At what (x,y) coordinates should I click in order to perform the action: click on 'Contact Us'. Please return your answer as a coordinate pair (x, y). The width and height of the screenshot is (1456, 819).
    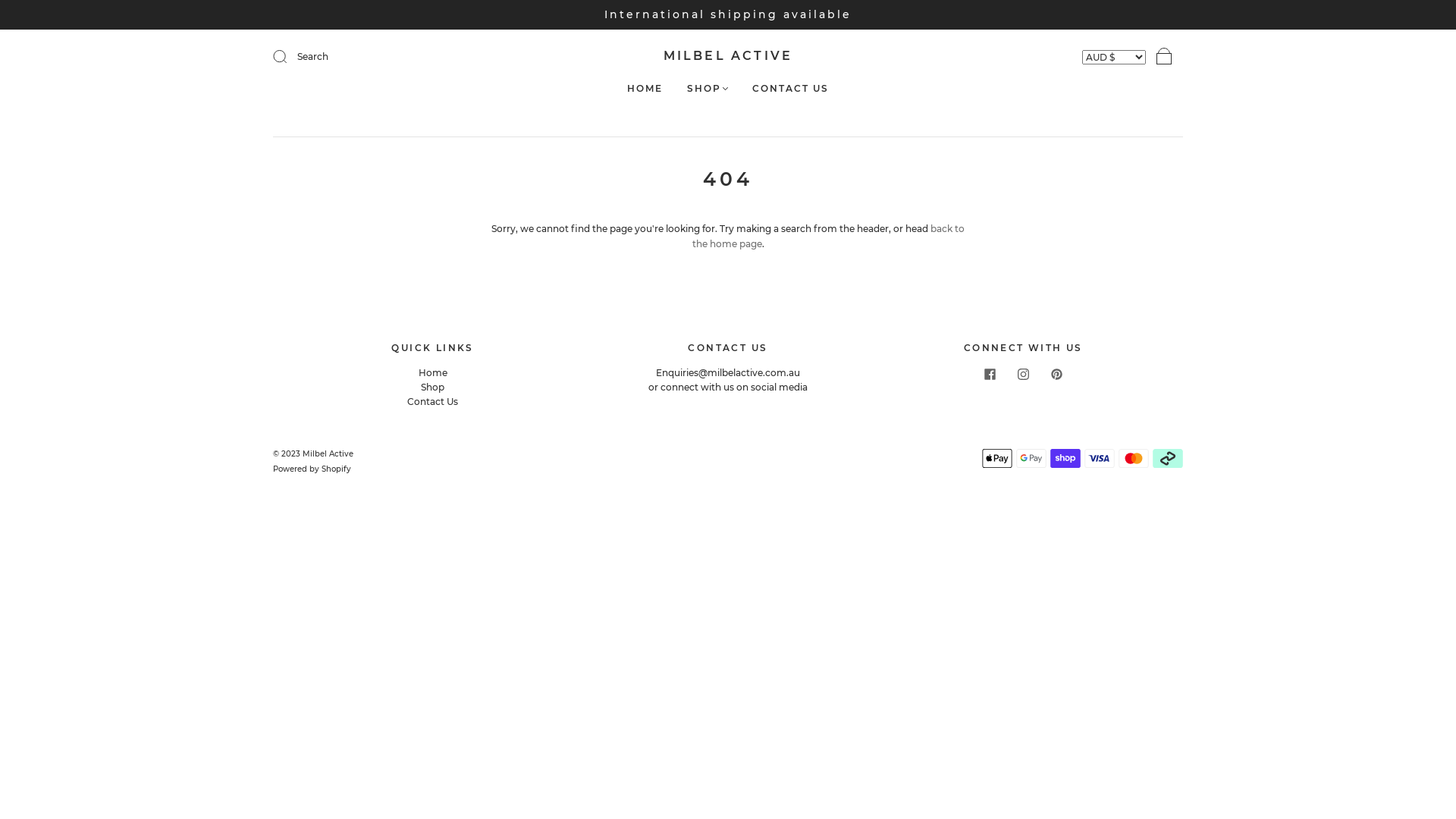
    Looking at the image, I should click on (407, 400).